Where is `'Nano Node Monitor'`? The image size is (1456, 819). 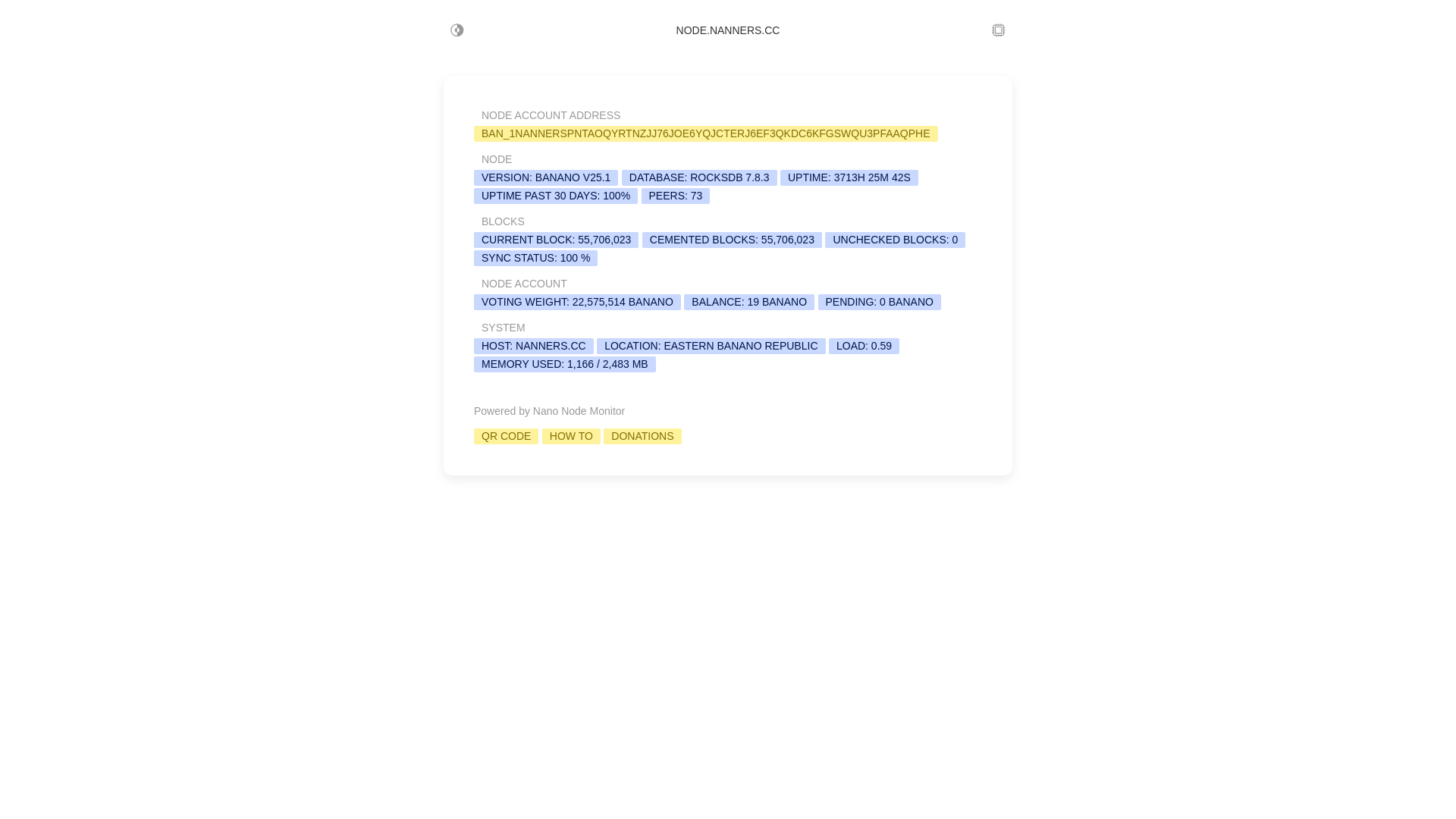
'Nano Node Monitor' is located at coordinates (578, 411).